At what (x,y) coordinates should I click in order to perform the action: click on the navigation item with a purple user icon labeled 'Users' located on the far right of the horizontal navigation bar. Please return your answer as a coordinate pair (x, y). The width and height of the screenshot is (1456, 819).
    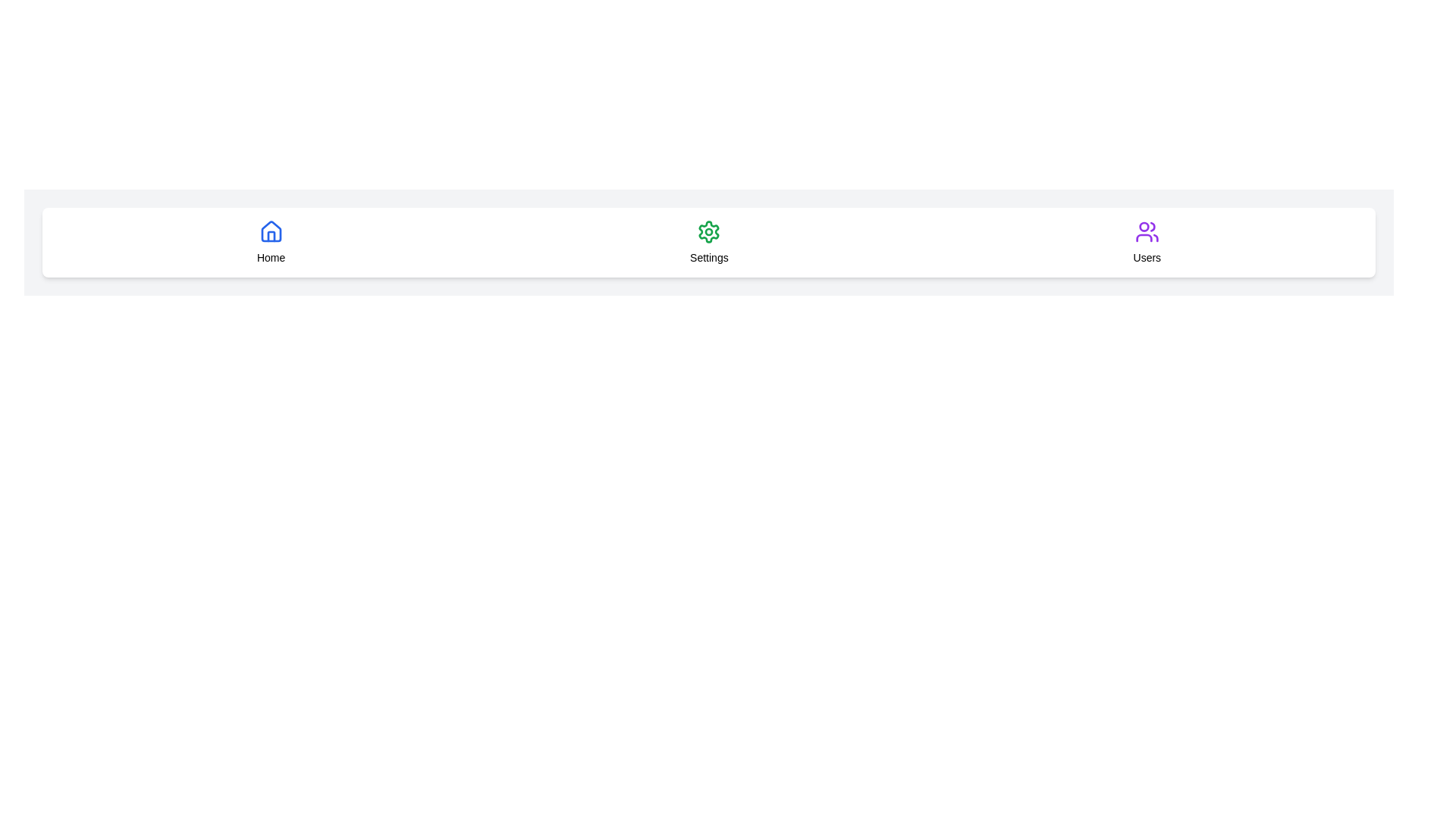
    Looking at the image, I should click on (1147, 242).